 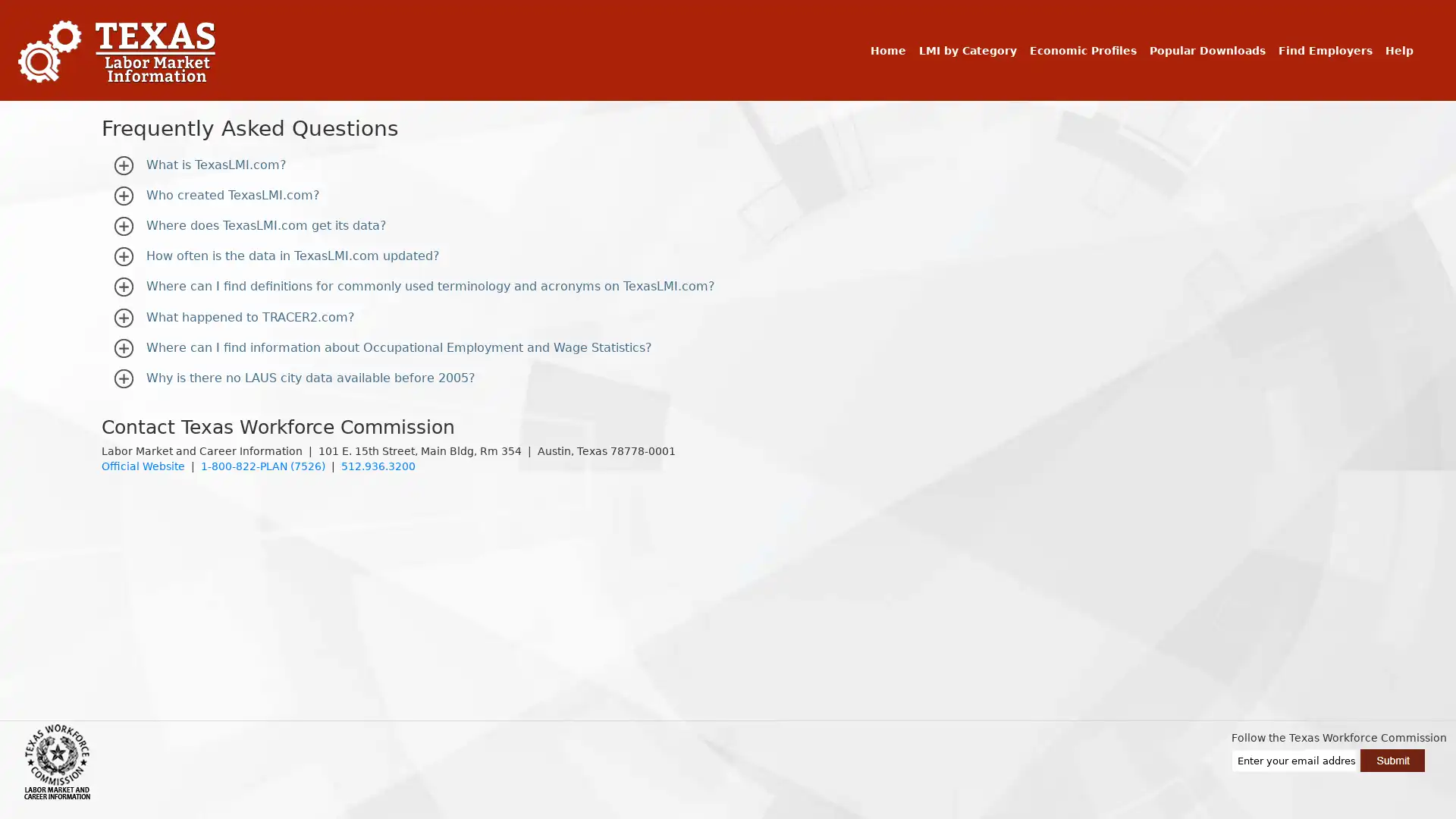 I want to click on How often is the data in TexasLMI.com updated?, so click(x=726, y=255).